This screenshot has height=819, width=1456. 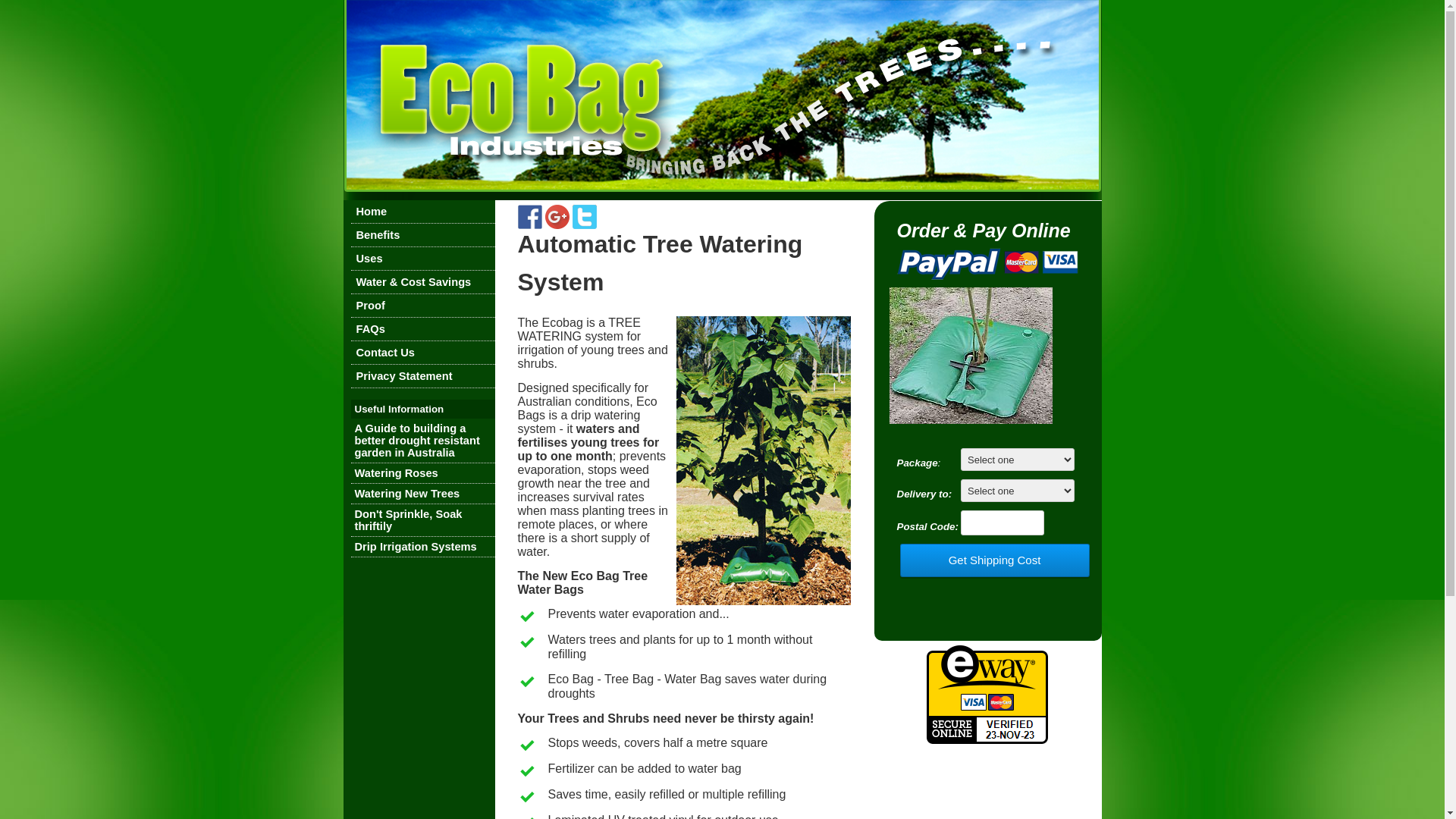 What do you see at coordinates (353, 519) in the screenshot?
I see `'Don't Sprinkle, Soak thriftily'` at bounding box center [353, 519].